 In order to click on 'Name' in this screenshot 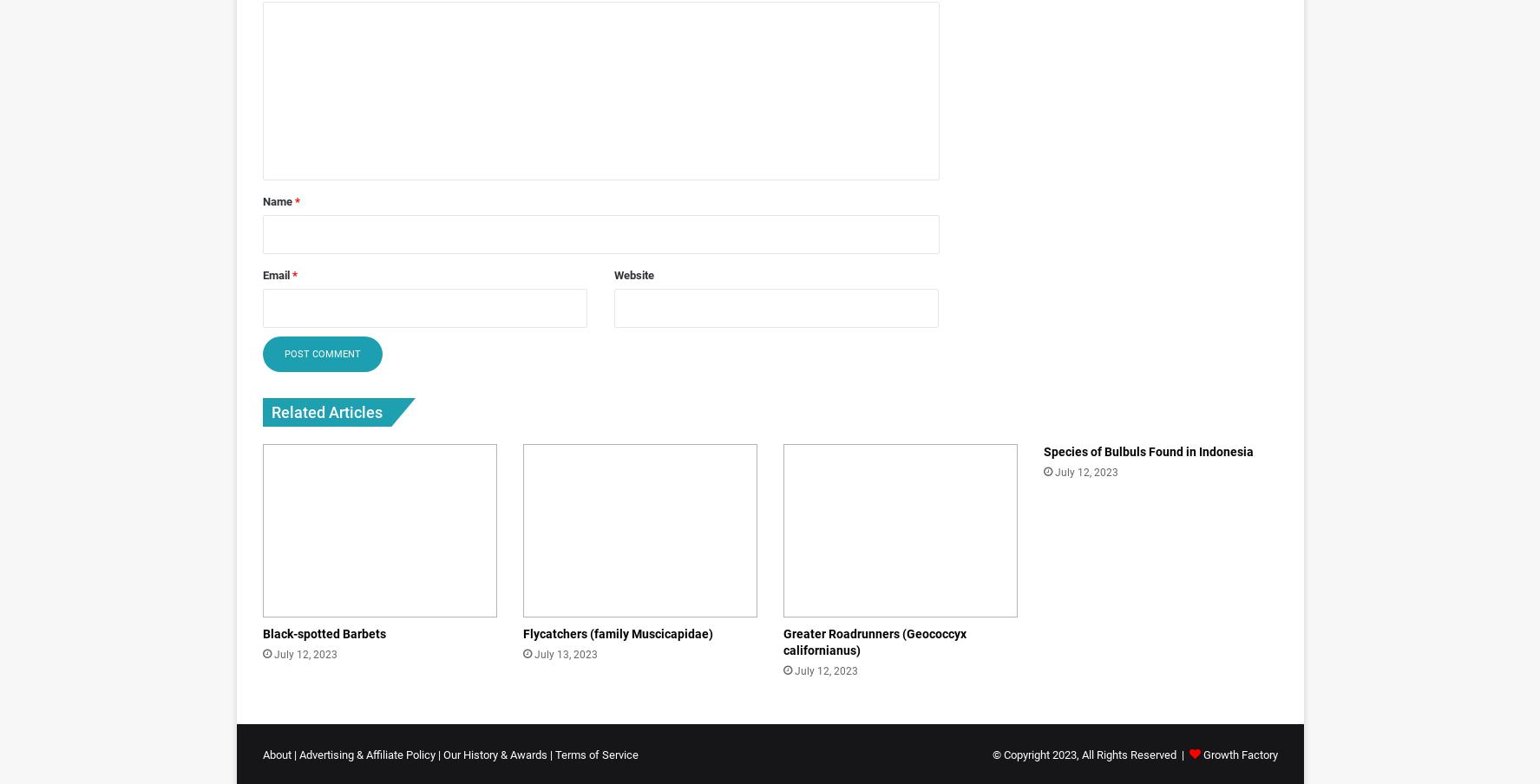, I will do `click(278, 199)`.